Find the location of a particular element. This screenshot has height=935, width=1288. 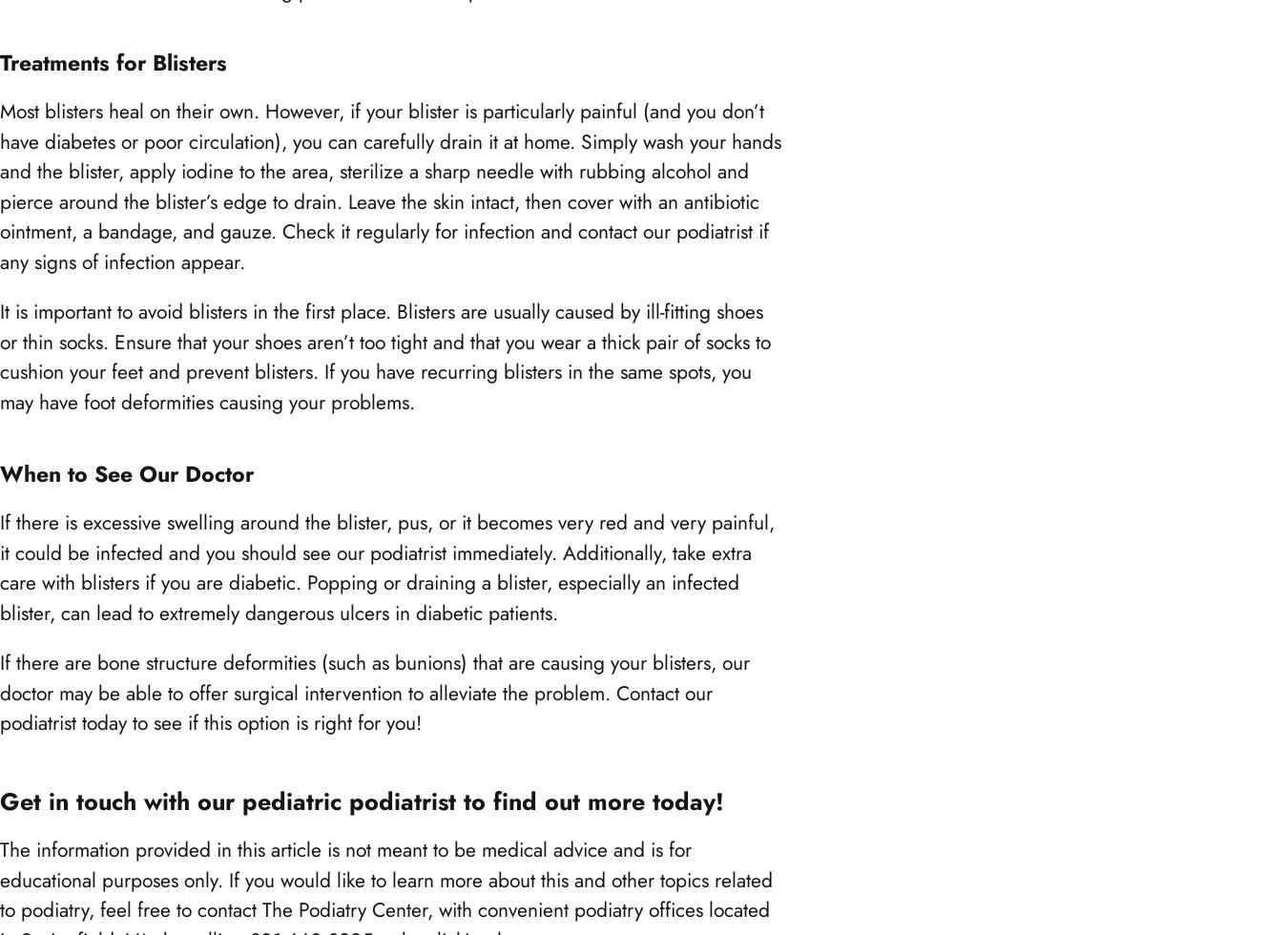

'6120 Brandon Ave Suite 109,' is located at coordinates (0, 227).